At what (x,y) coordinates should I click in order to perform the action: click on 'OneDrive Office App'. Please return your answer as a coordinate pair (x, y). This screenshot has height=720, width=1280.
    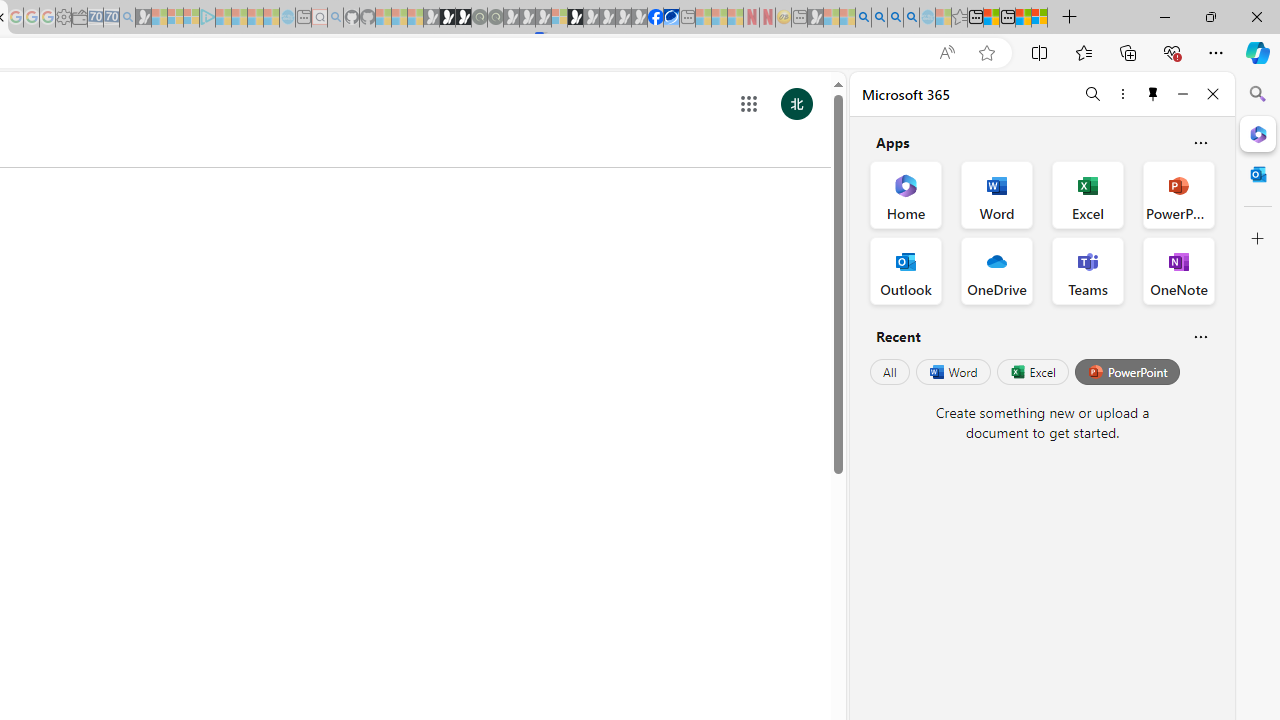
    Looking at the image, I should click on (997, 271).